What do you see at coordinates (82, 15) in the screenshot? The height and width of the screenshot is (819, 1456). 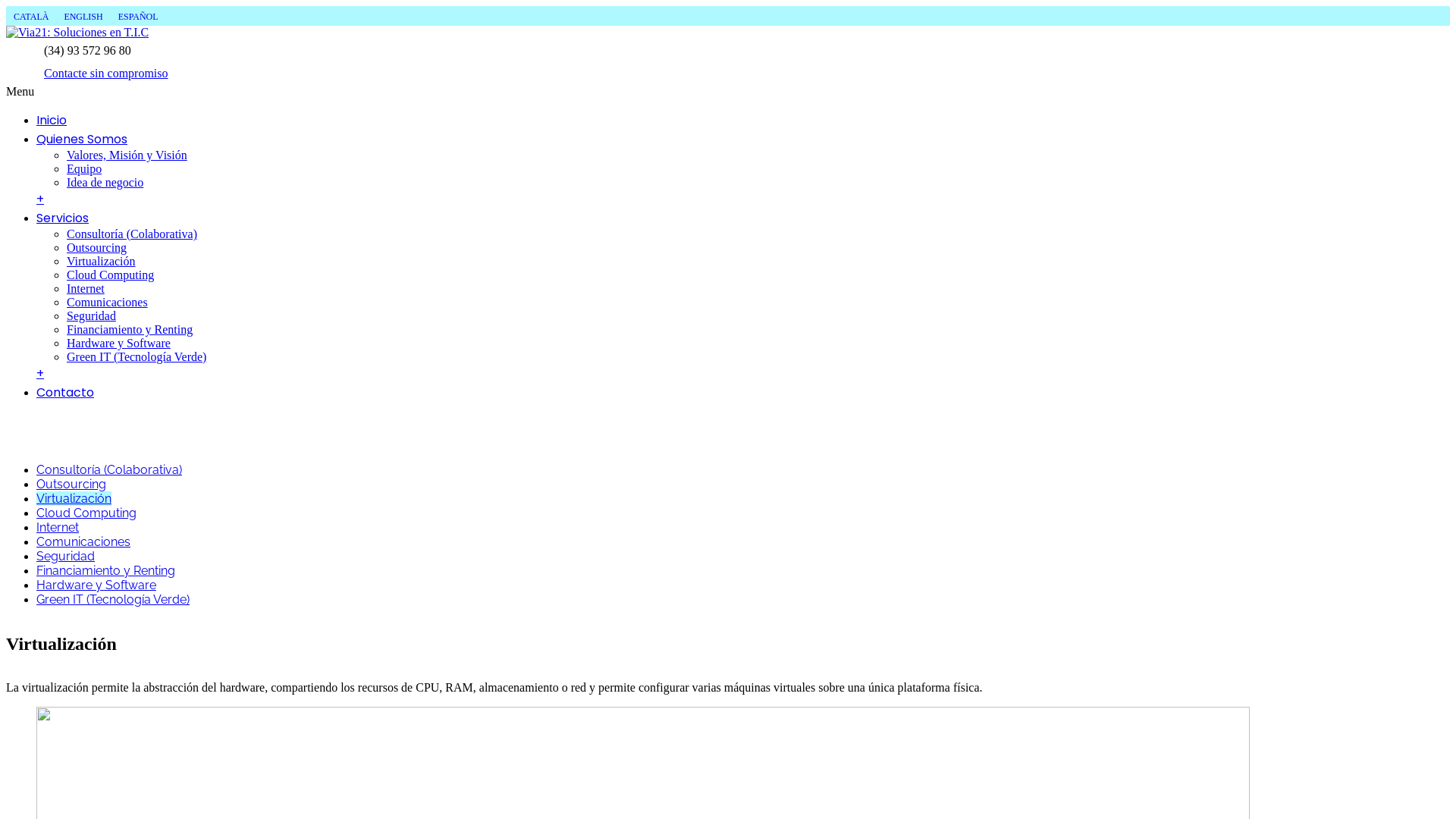 I see `'ENGLISH'` at bounding box center [82, 15].